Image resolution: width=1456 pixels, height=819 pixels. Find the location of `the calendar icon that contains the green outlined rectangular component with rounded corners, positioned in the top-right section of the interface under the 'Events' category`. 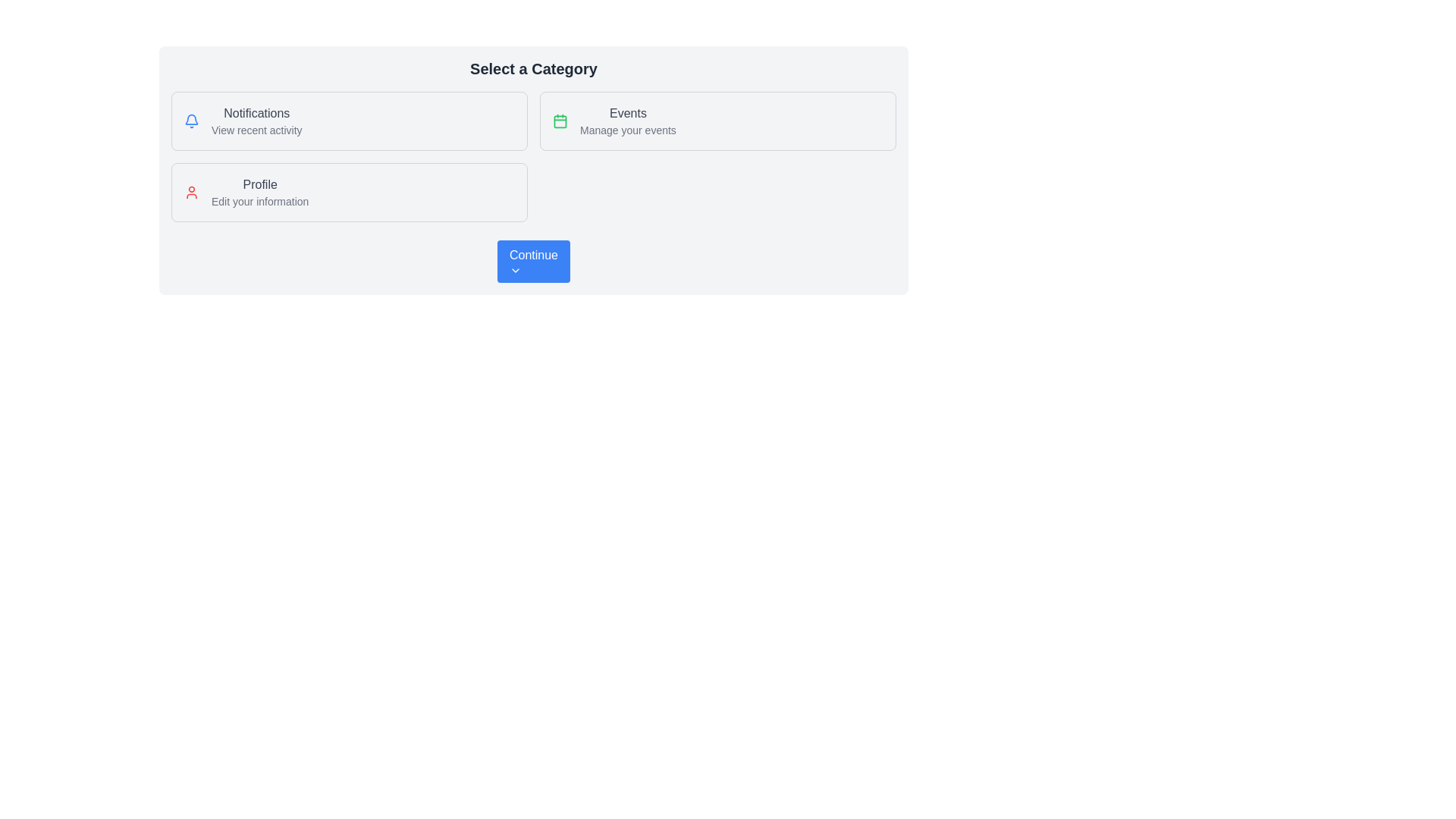

the calendar icon that contains the green outlined rectangular component with rounded corners, positioned in the top-right section of the interface under the 'Events' category is located at coordinates (560, 120).